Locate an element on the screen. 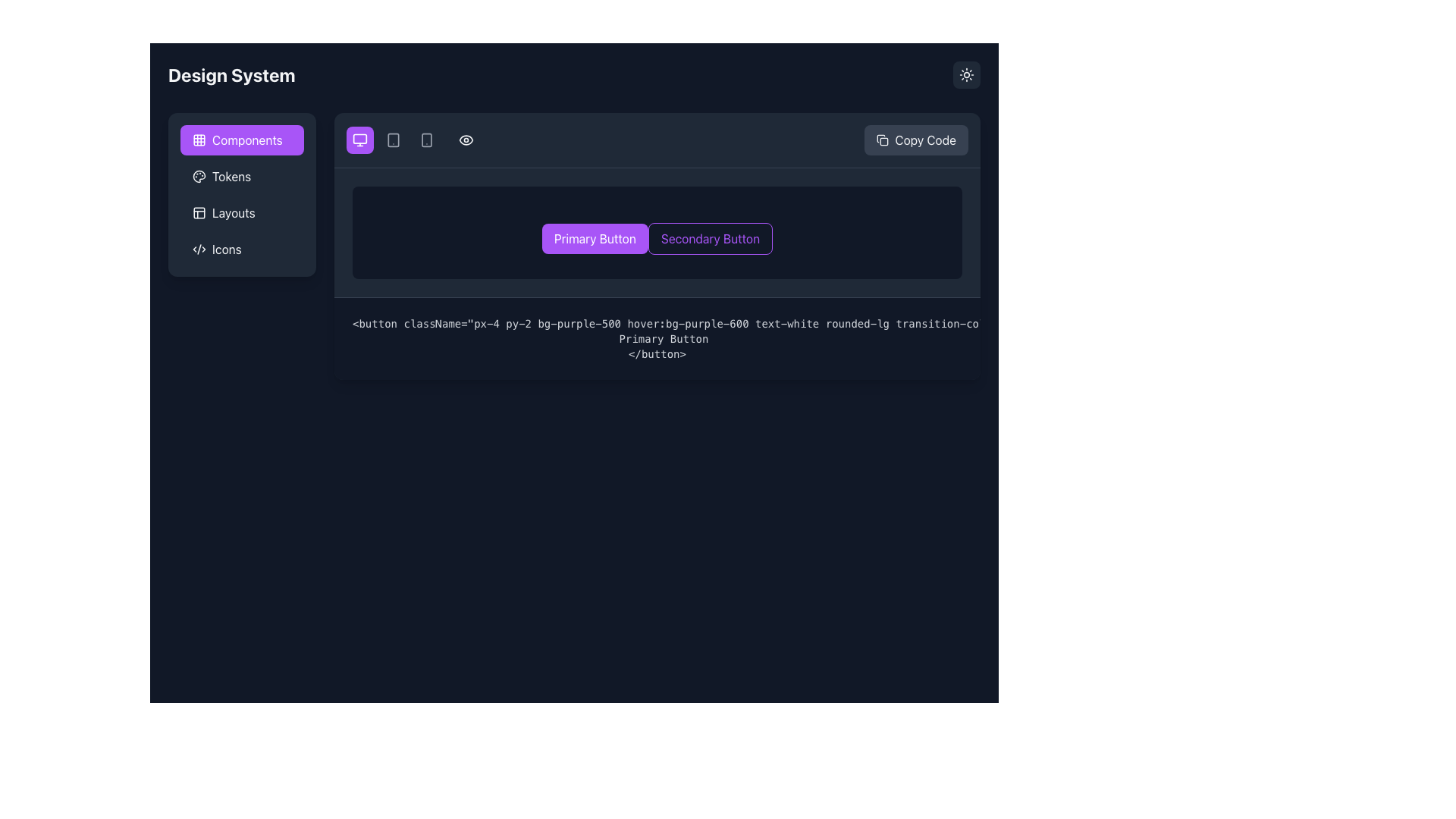  the 3x3 grid icon located to the left of the 'Components' button in the sidebar navigation menu is located at coordinates (199, 140).